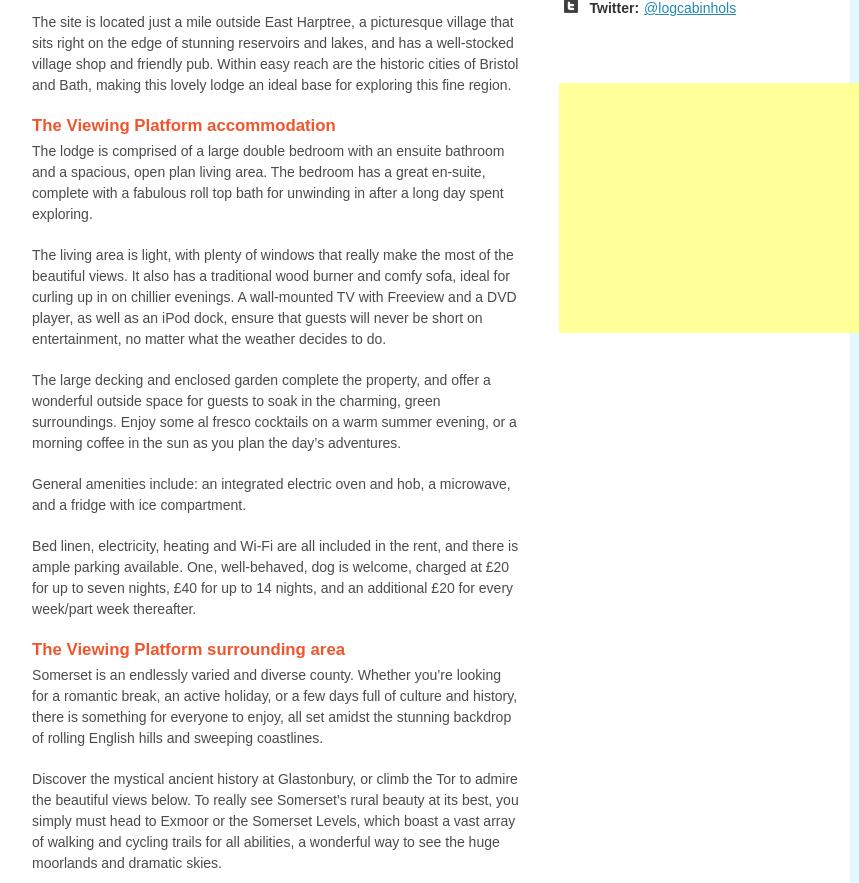  I want to click on 'General amenities include: an integrated electric oven and hob, a microwave, and a fridge with ice compartment.', so click(32, 494).